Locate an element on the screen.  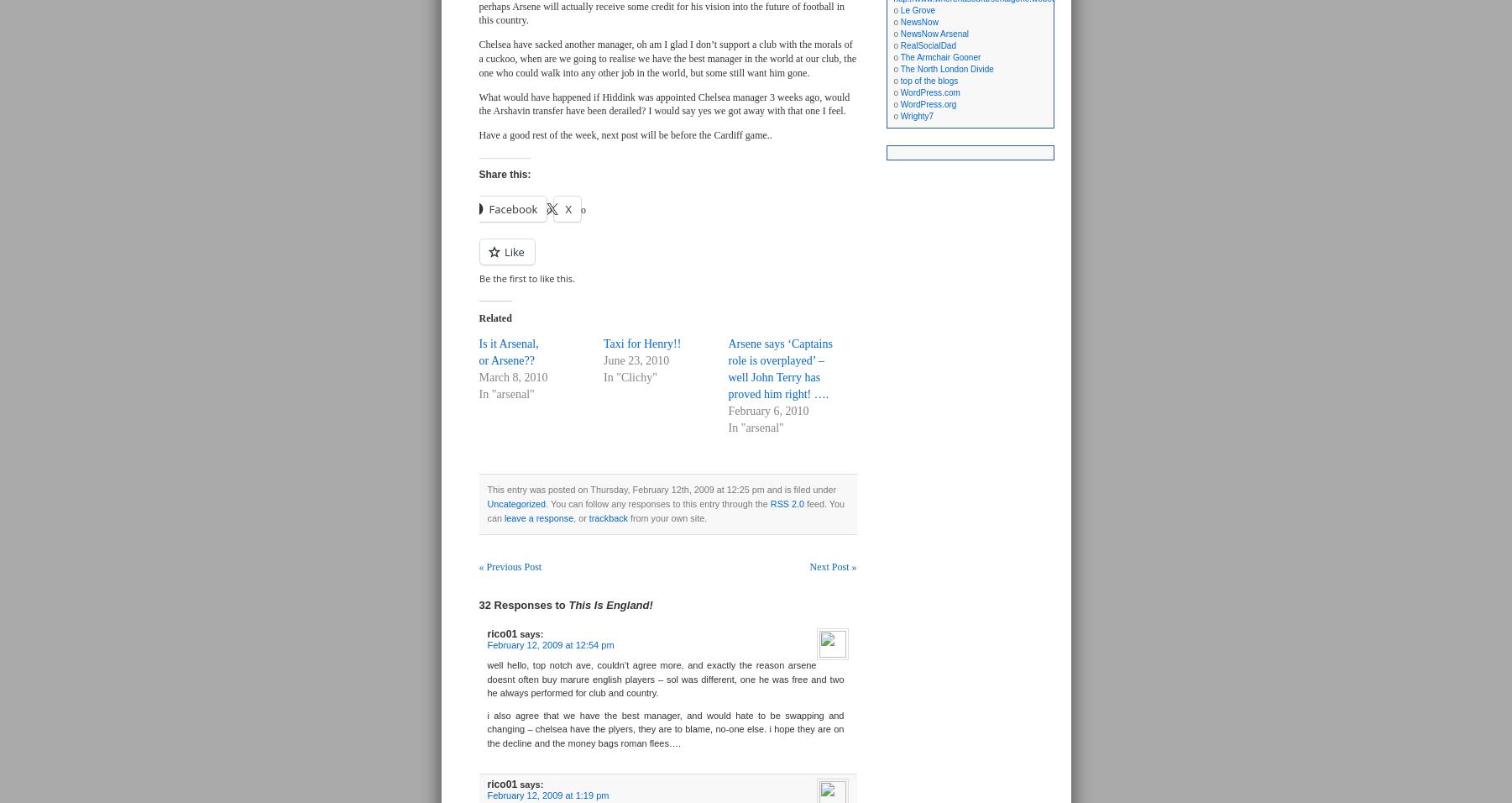
'leave a response' is located at coordinates (537, 517).